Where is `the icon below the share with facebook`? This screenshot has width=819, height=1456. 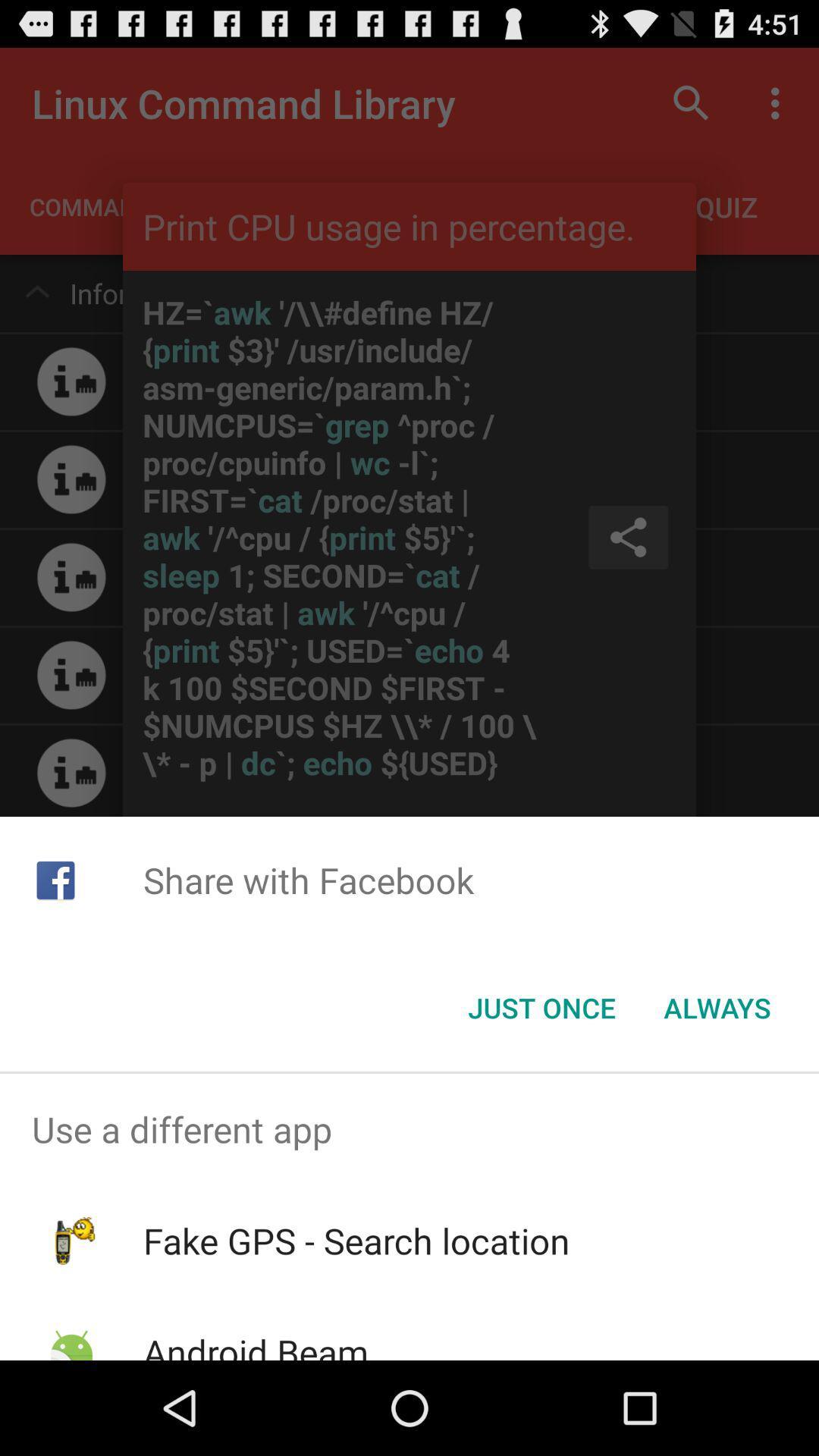
the icon below the share with facebook is located at coordinates (541, 1008).